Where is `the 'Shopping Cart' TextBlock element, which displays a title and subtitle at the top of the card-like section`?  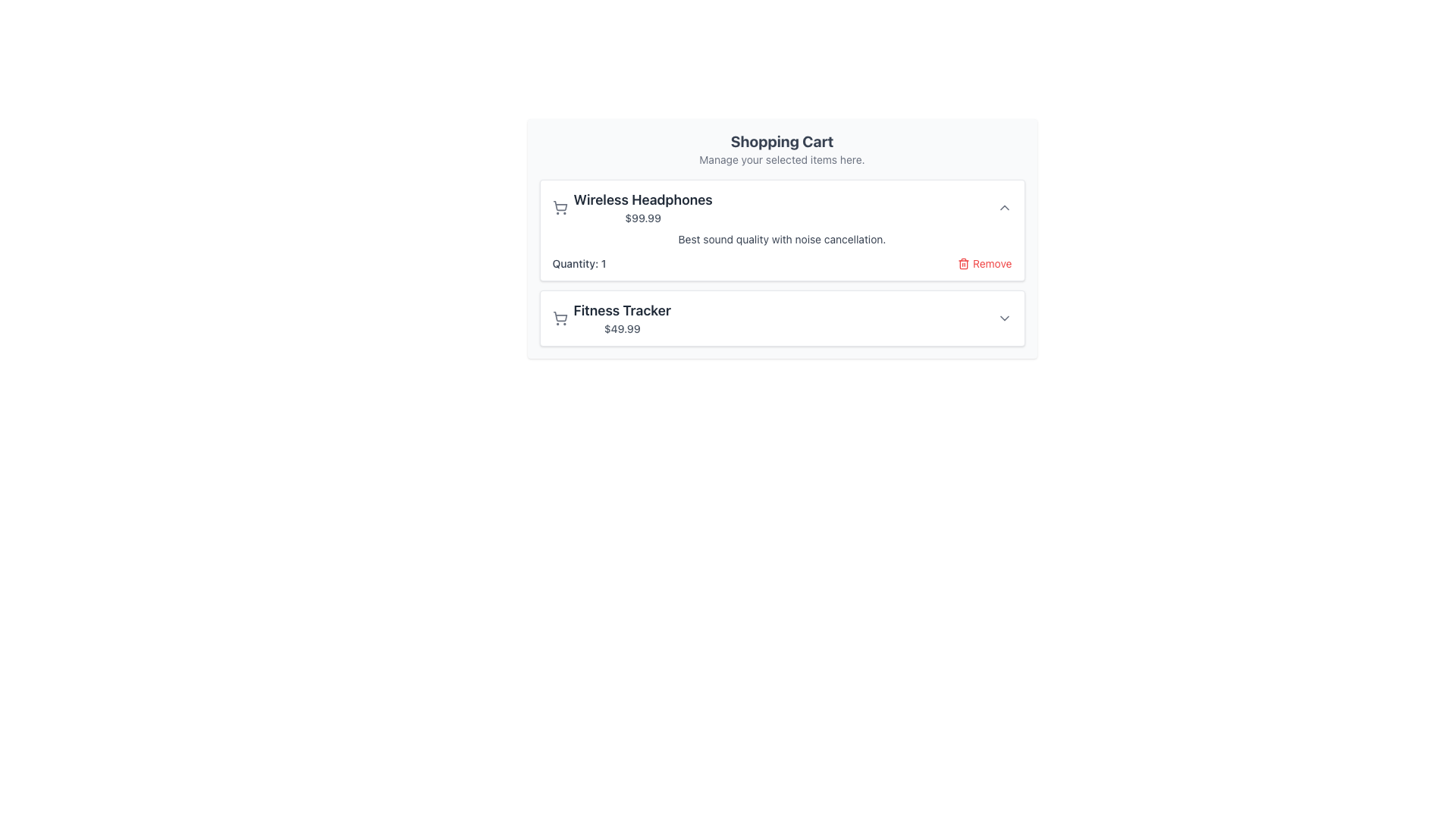
the 'Shopping Cart' TextBlock element, which displays a title and subtitle at the top of the card-like section is located at coordinates (782, 149).